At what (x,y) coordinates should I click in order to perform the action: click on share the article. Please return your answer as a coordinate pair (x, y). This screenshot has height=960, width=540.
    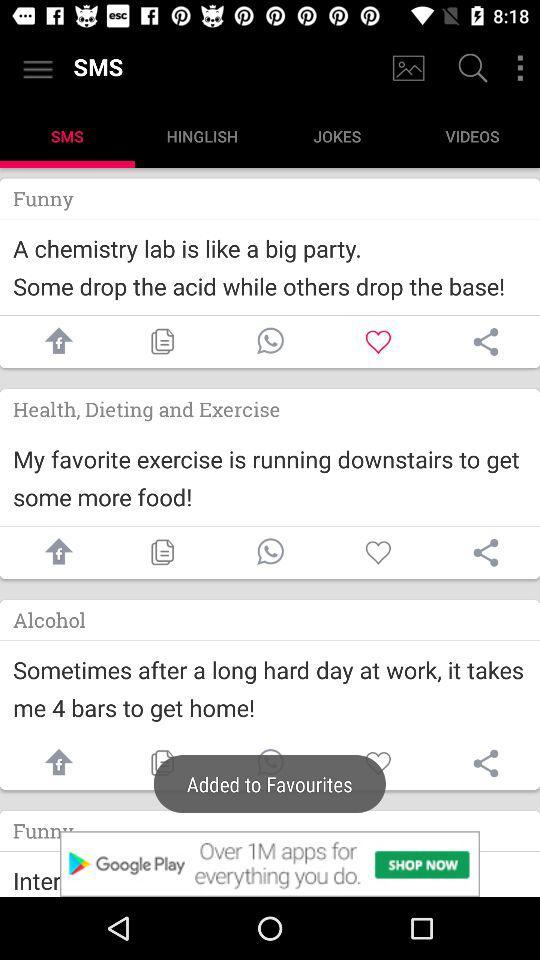
    Looking at the image, I should click on (485, 552).